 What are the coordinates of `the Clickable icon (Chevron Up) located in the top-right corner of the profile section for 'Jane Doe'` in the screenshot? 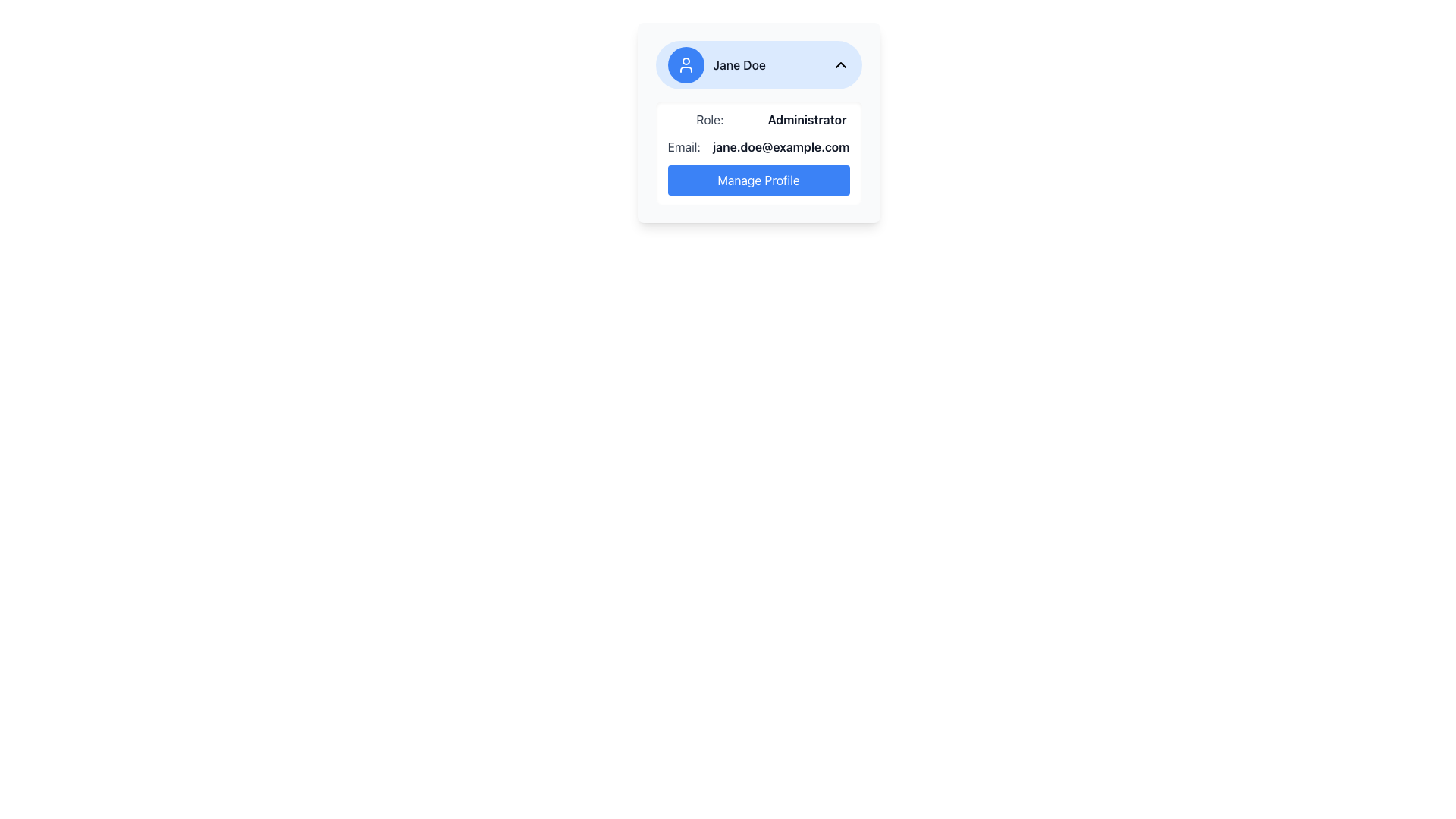 It's located at (839, 64).